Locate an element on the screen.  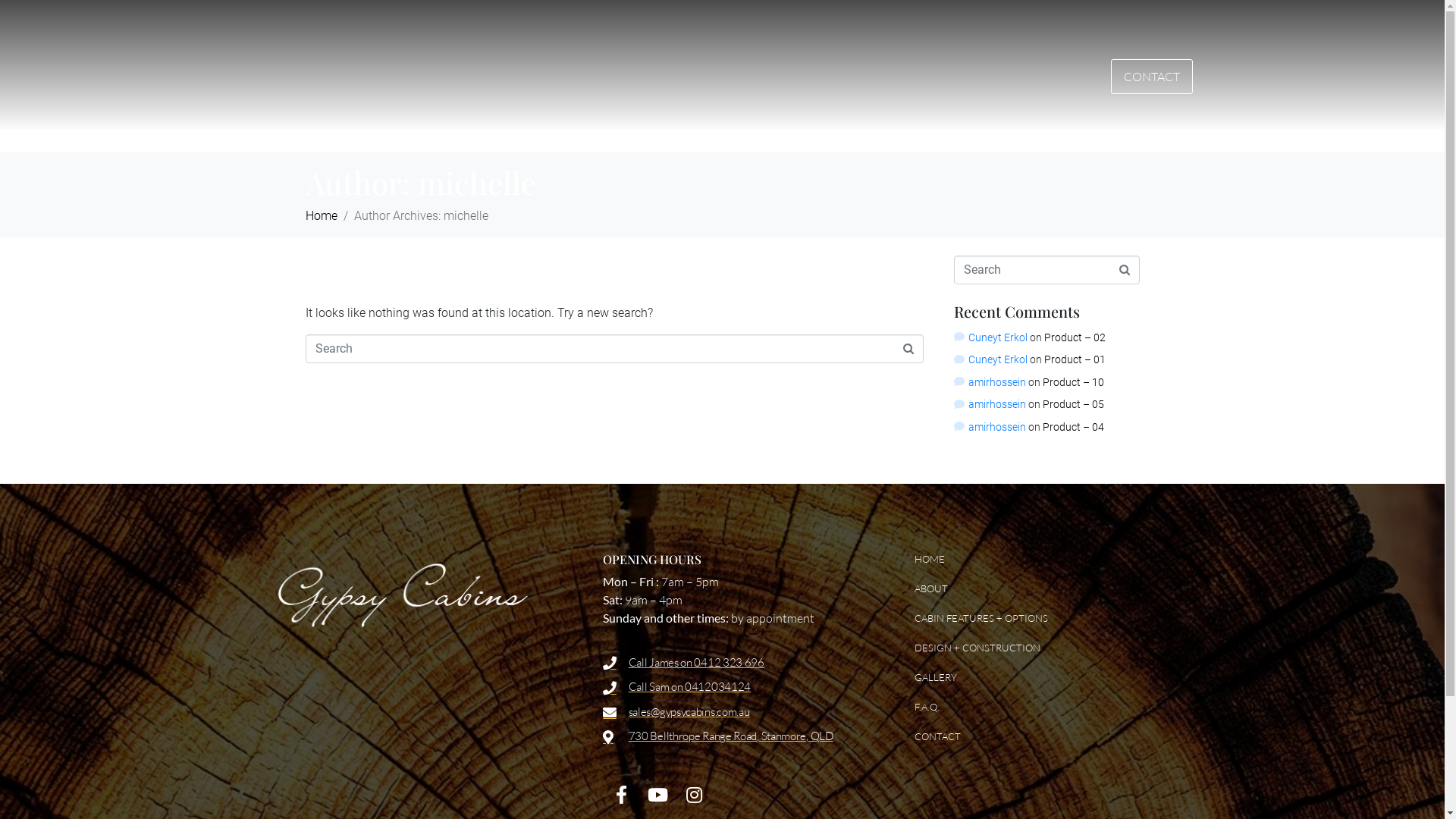
'DESIGN + CONSTRUCTION' is located at coordinates (913, 648).